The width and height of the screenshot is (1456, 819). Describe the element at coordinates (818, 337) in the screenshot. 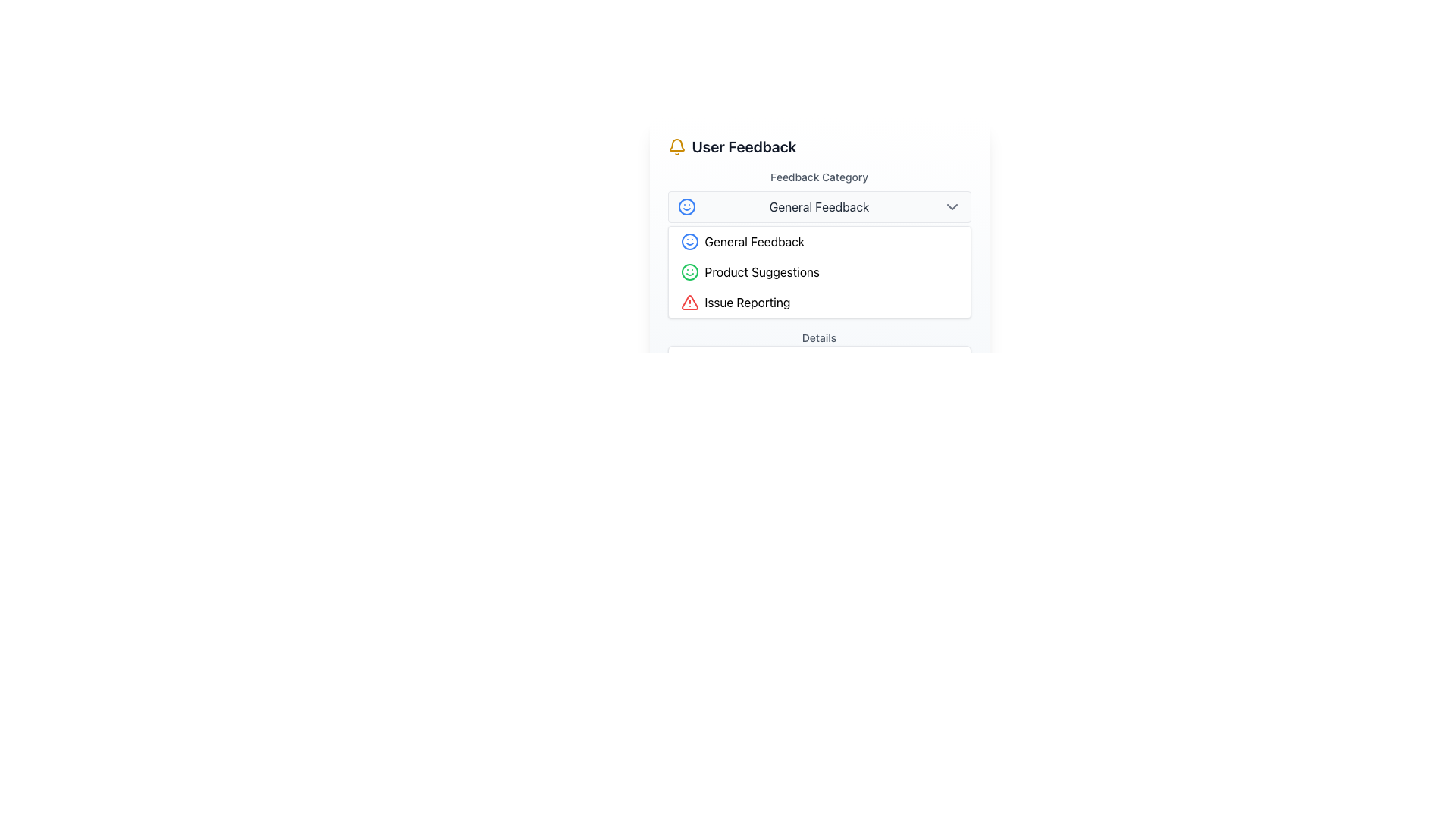

I see `the 'Details' text label, which is styled in gray (#606060) and positioned directly below the feedback options in the user feedback section` at that location.